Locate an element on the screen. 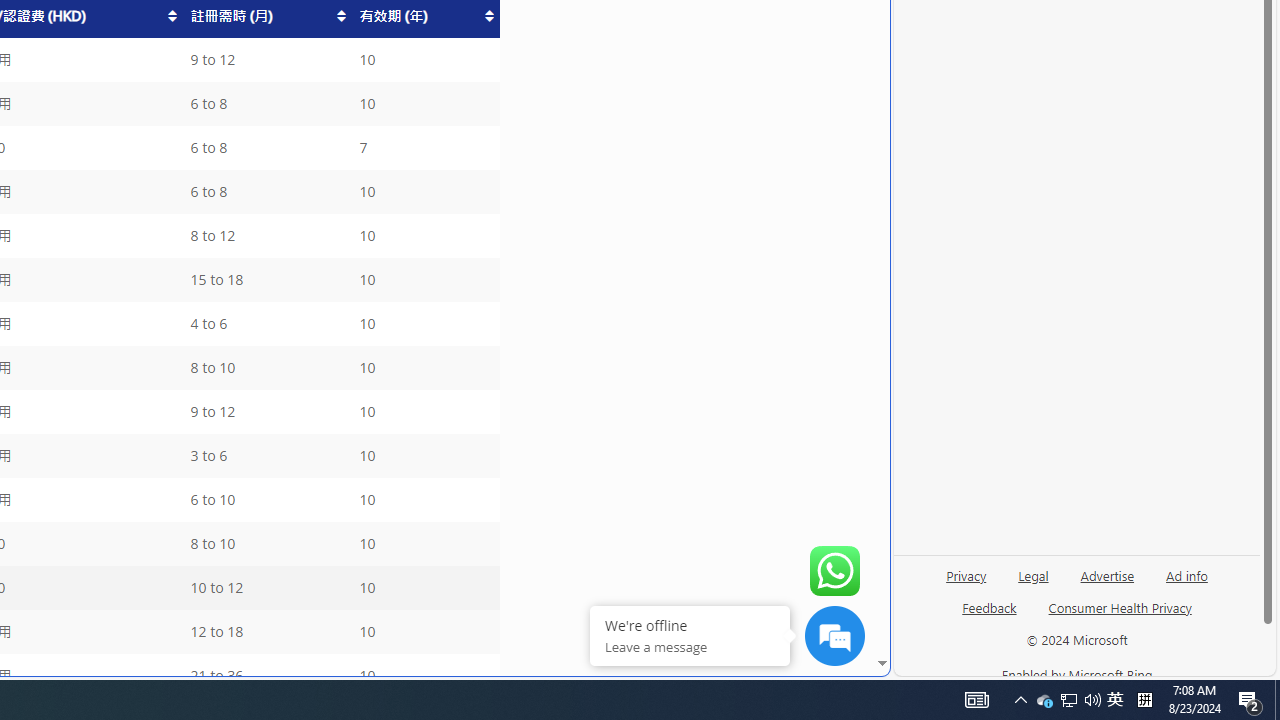 The height and width of the screenshot is (720, 1280). '21 to 36' is located at coordinates (265, 675).